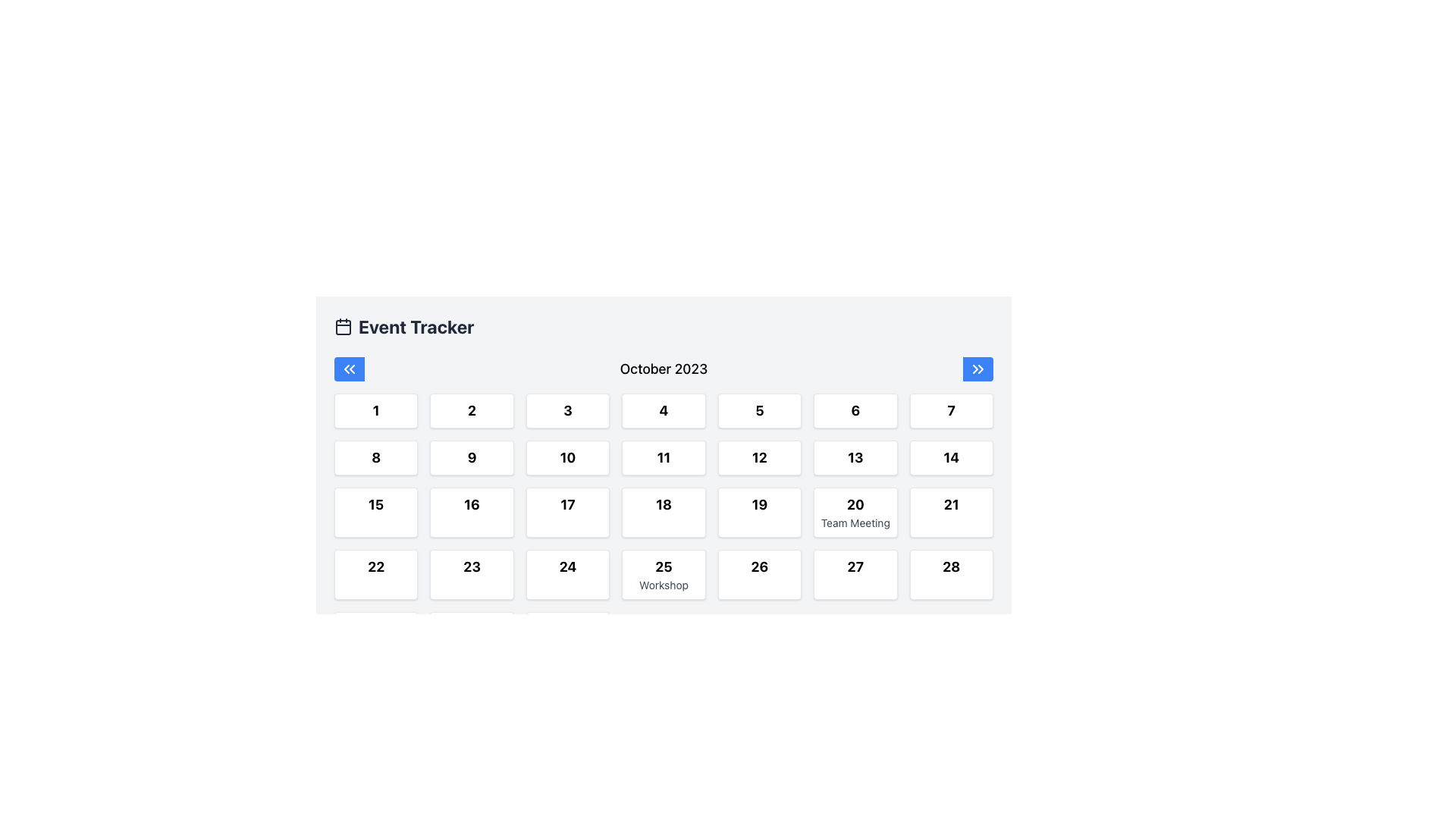 Image resolution: width=1456 pixels, height=819 pixels. What do you see at coordinates (471, 512) in the screenshot?
I see `the calendar date cell representing the 16th day, located in the third row and second column of the calendar layout` at bounding box center [471, 512].